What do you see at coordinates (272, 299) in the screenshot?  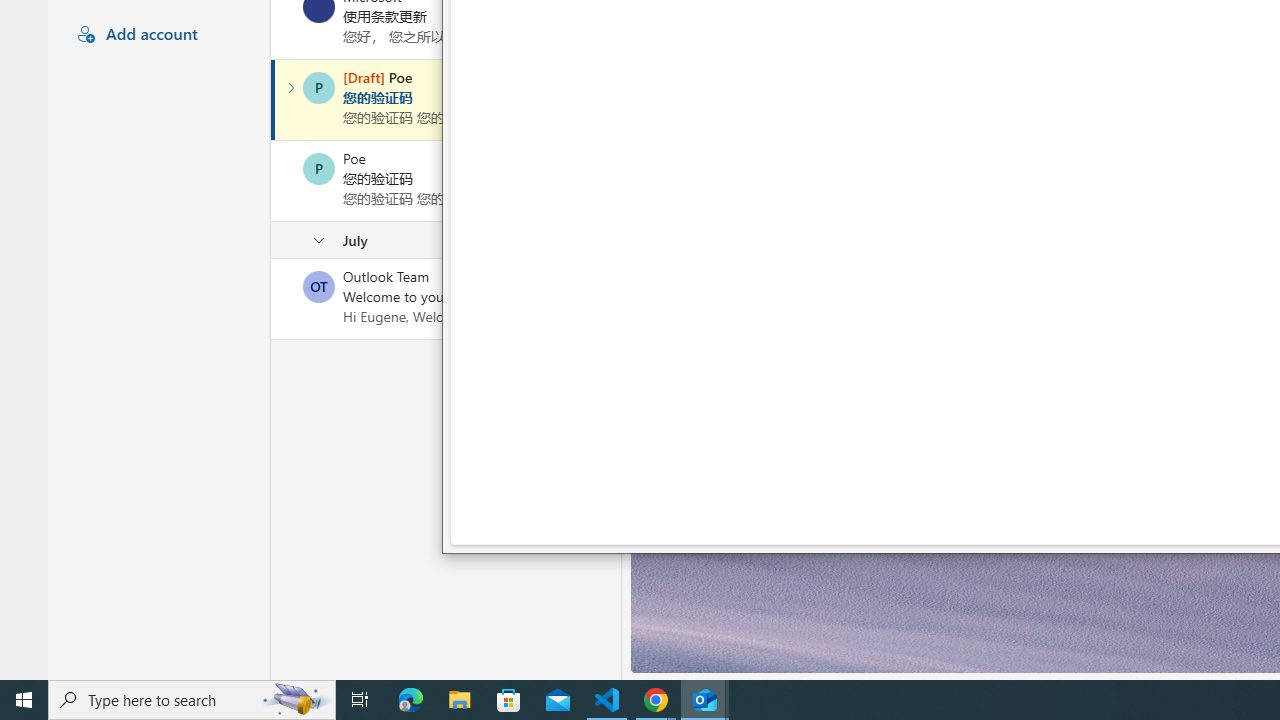 I see `'Mark as unread'` at bounding box center [272, 299].